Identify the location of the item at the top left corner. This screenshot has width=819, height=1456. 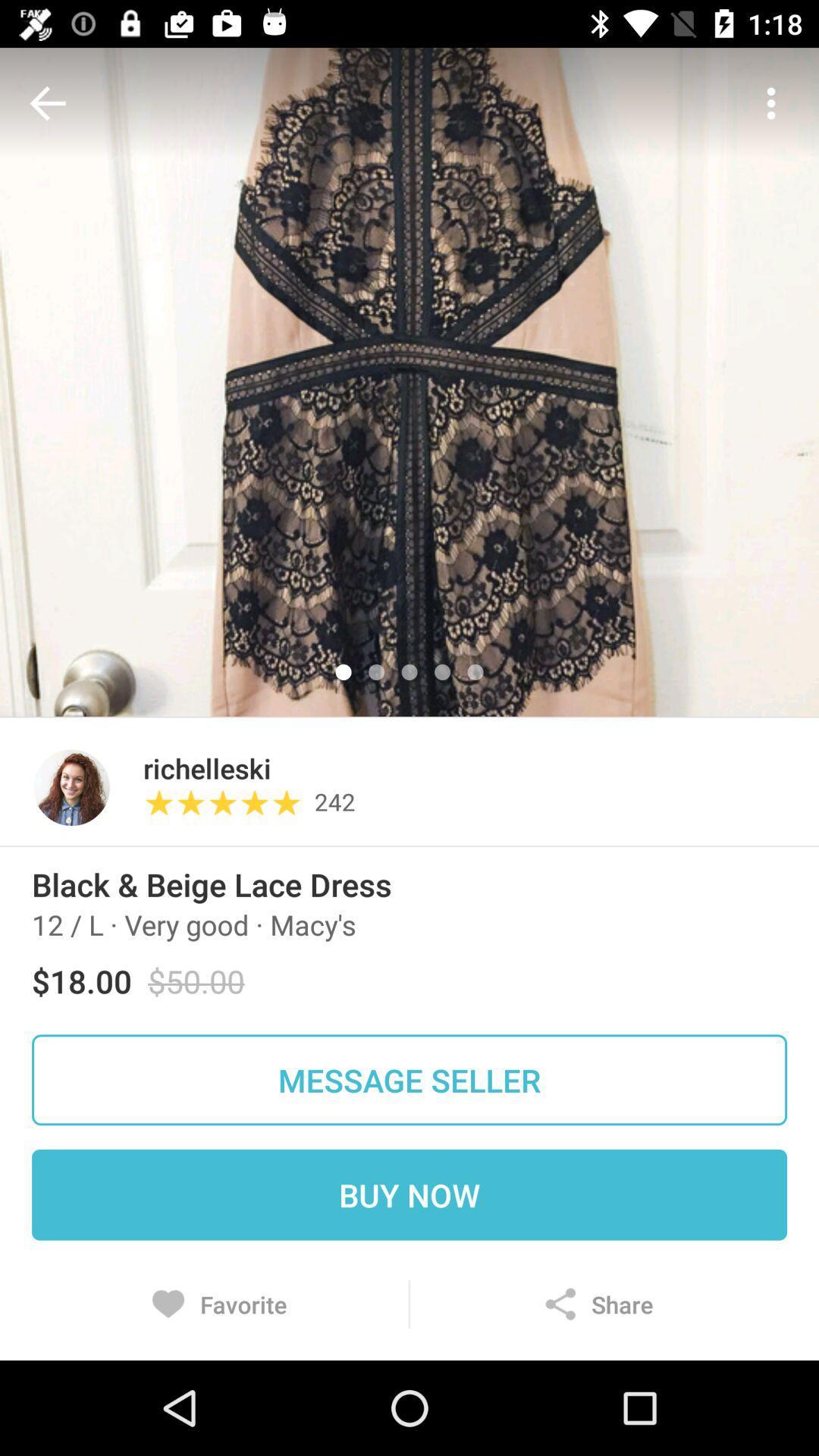
(51, 102).